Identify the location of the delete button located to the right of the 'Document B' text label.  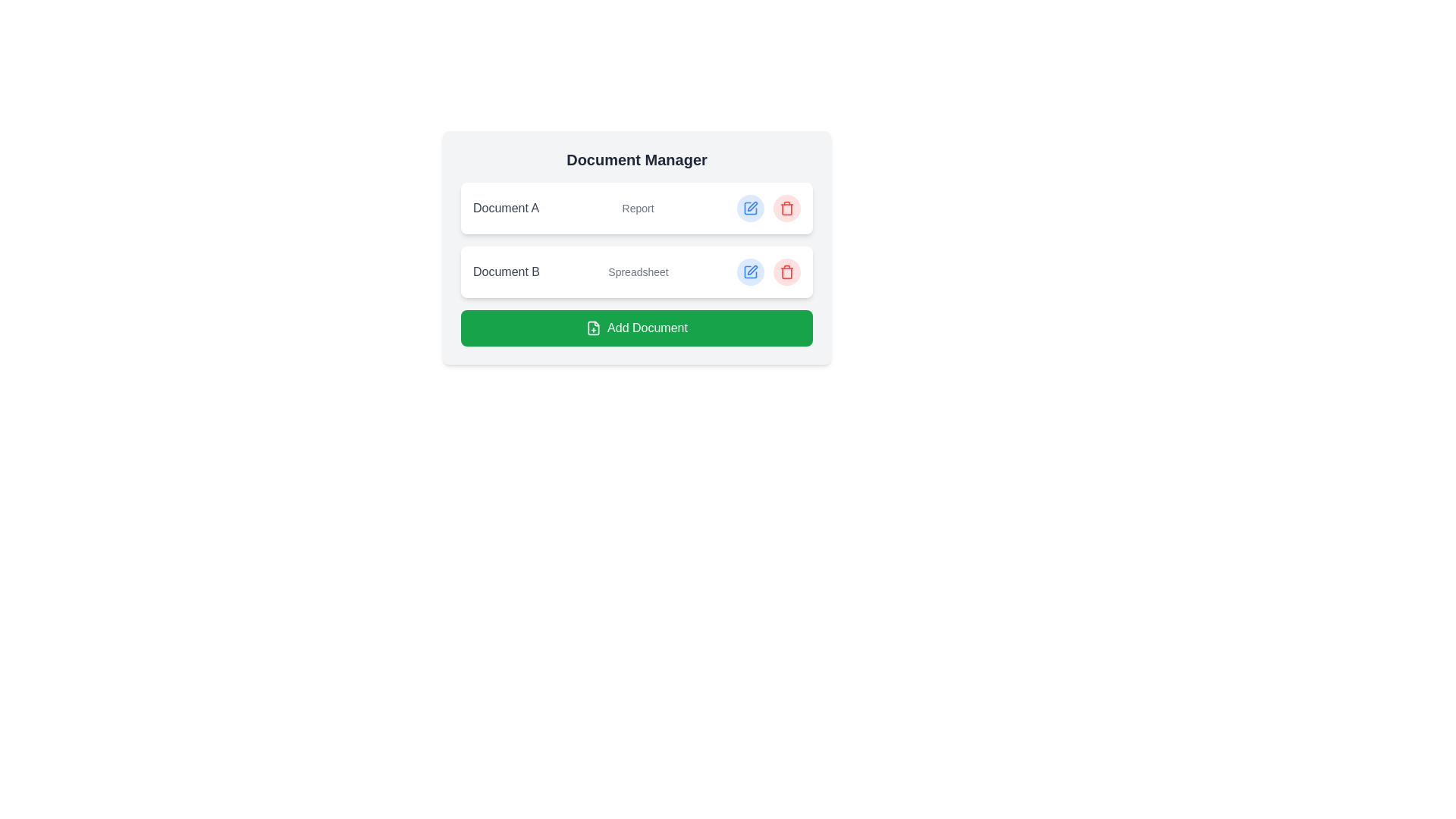
(786, 271).